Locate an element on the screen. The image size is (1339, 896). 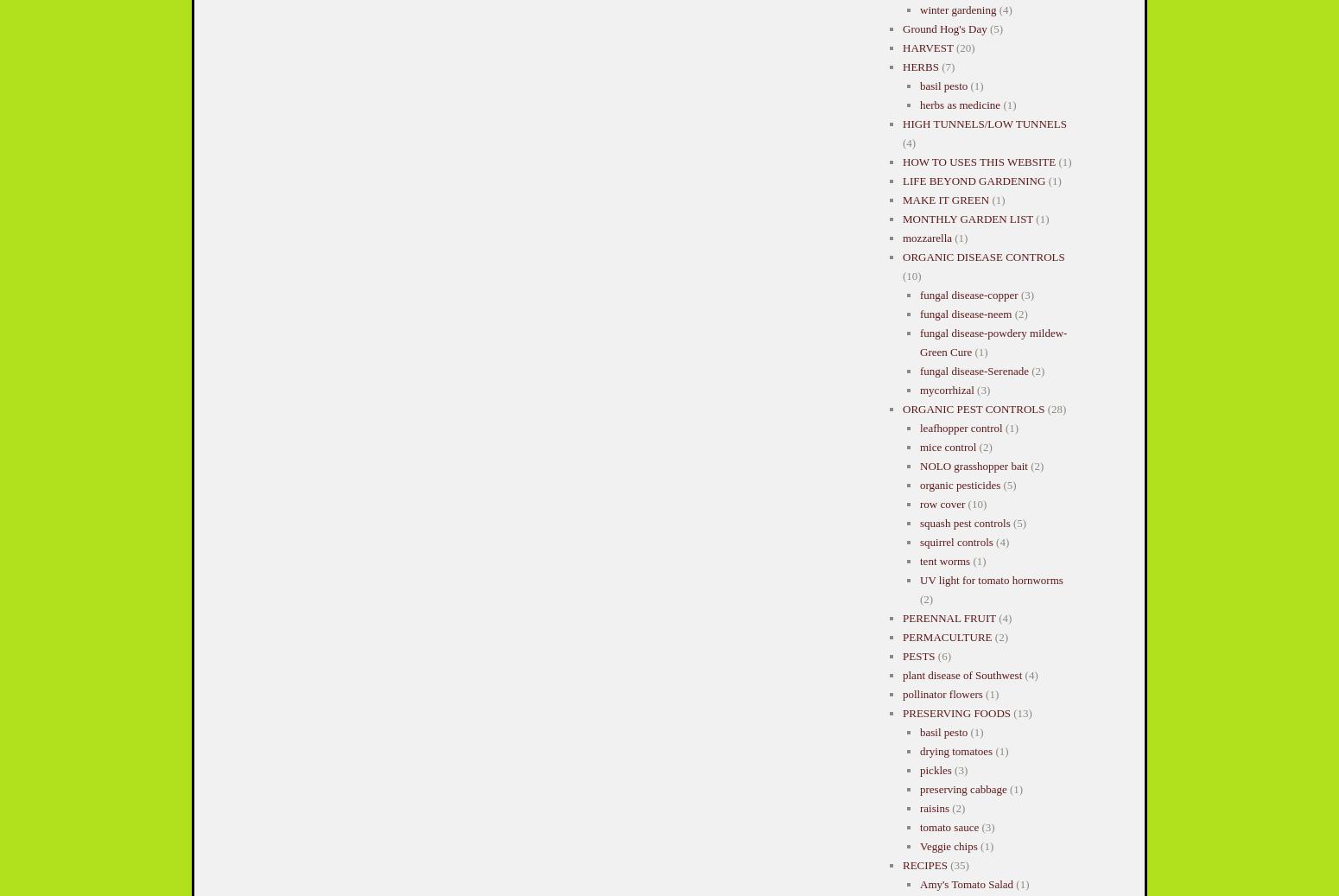
'PRESERVING FOODS' is located at coordinates (903, 713).